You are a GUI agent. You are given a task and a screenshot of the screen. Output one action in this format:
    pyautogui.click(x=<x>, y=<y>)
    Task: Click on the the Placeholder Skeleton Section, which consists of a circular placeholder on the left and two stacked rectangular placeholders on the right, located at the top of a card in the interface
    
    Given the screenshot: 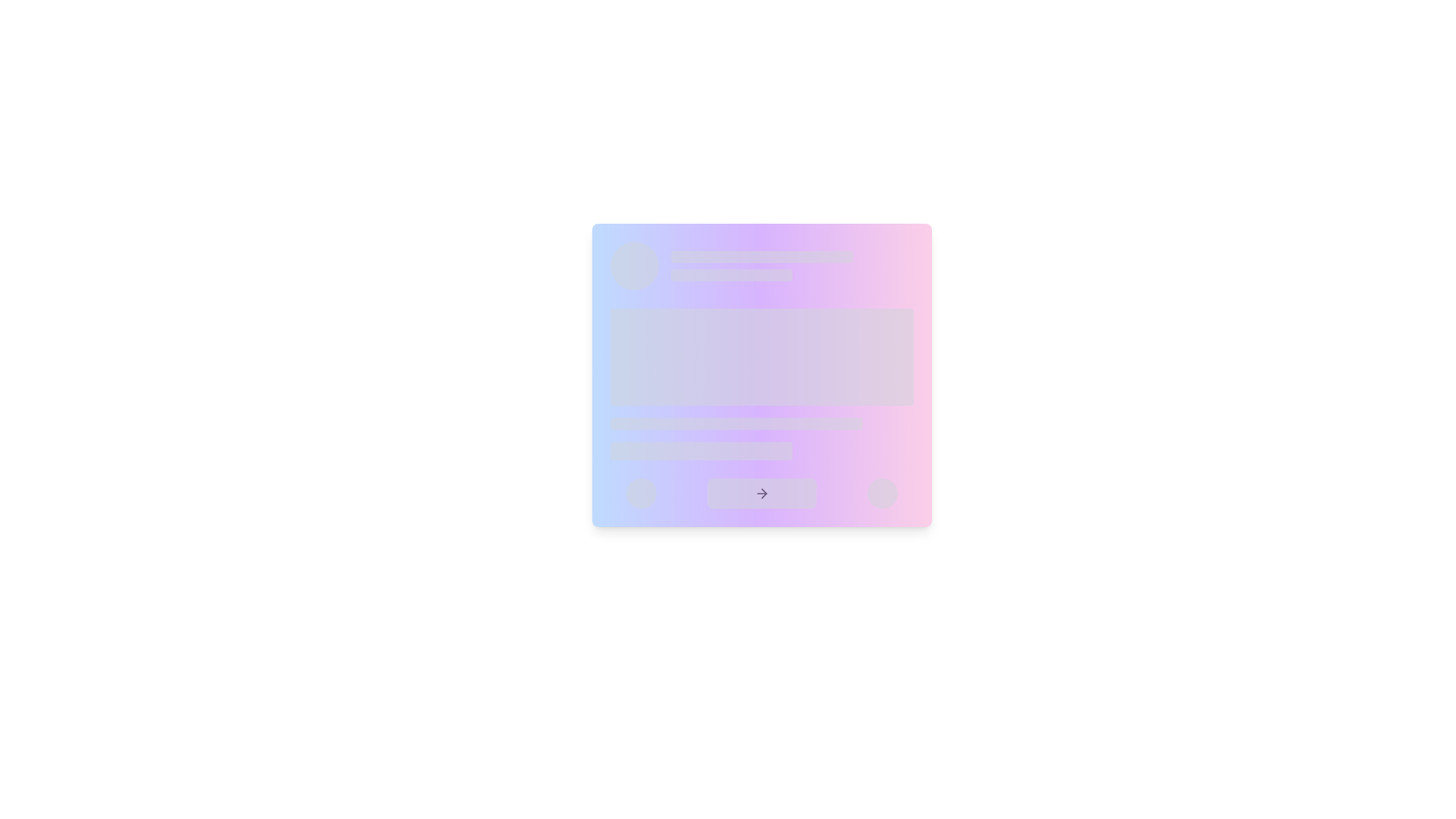 What is the action you would take?
    pyautogui.click(x=761, y=265)
    